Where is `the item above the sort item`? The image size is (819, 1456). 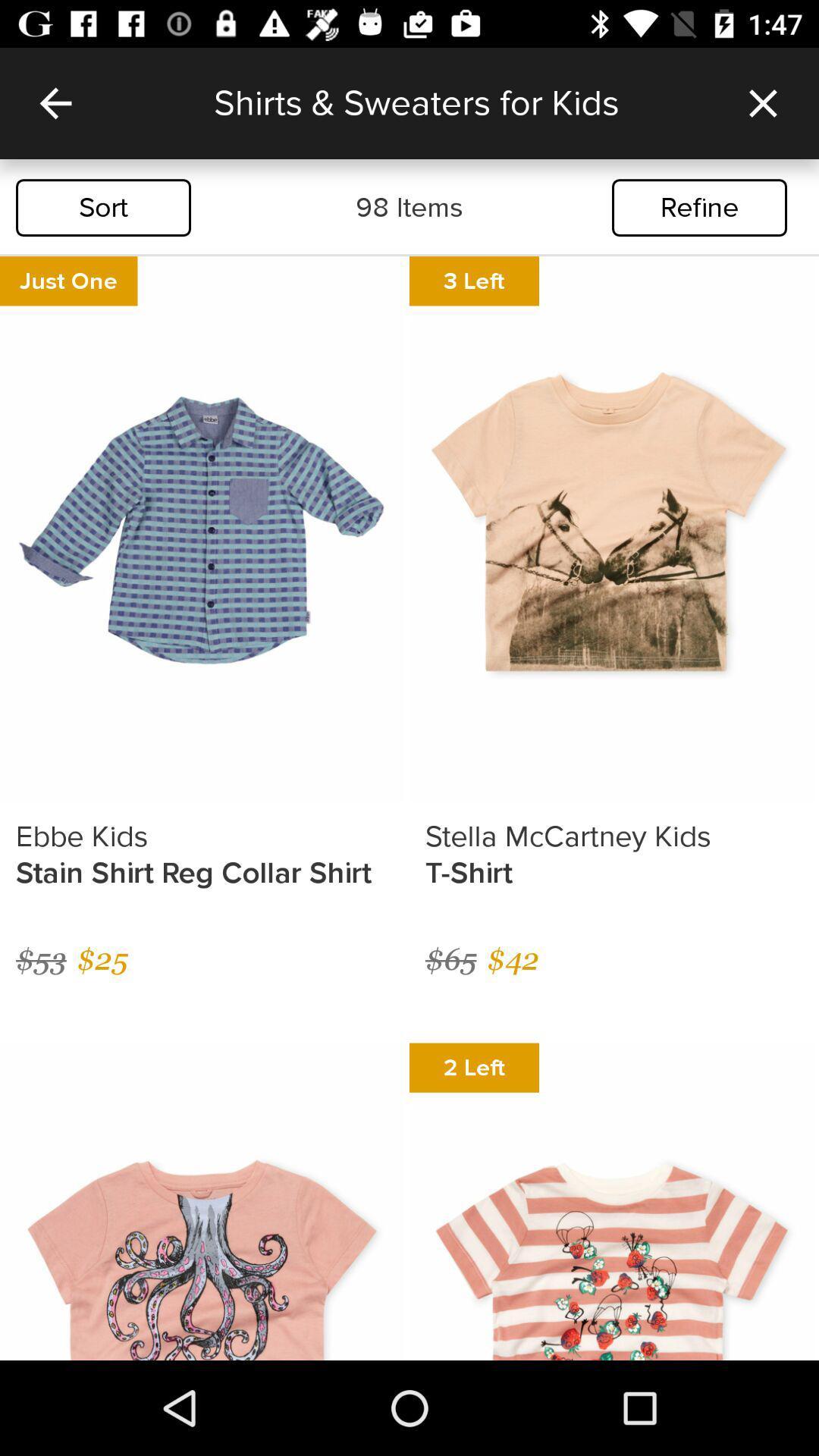
the item above the sort item is located at coordinates (55, 102).